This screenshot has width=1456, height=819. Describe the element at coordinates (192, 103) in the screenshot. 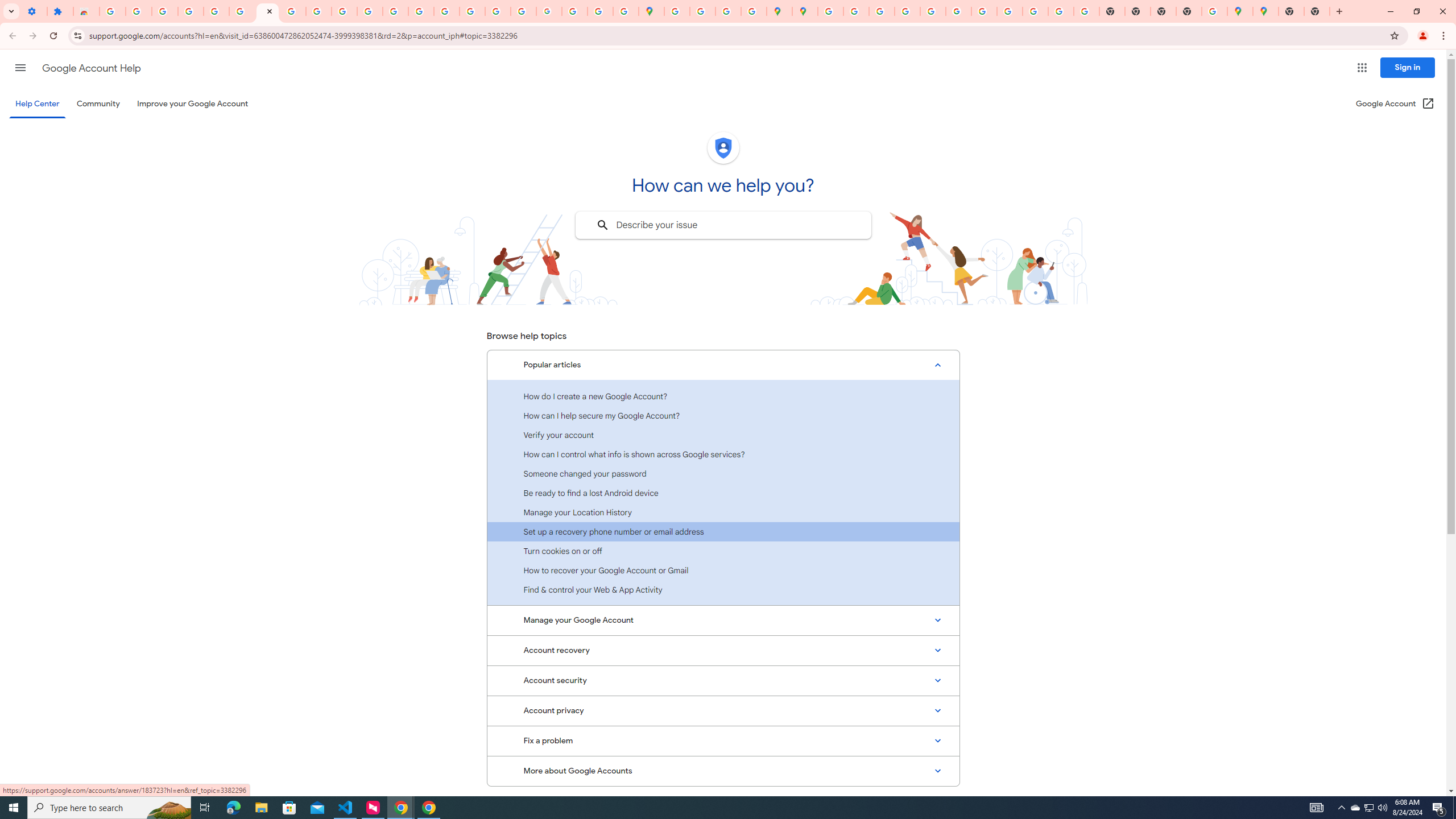

I see `'Improve your Google Account'` at that location.